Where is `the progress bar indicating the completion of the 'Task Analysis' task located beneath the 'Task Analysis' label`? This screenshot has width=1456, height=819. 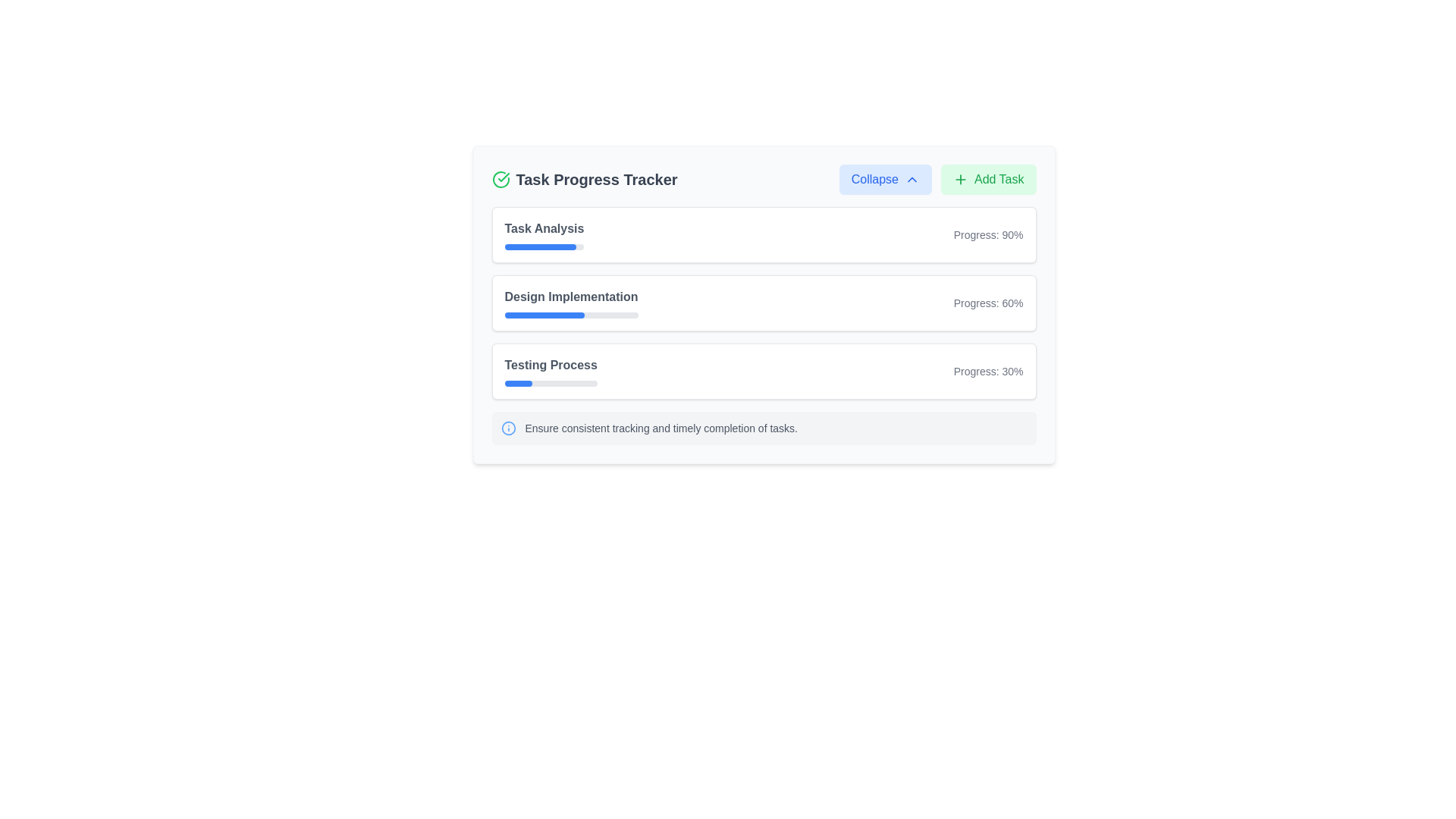
the progress bar indicating the completion of the 'Task Analysis' task located beneath the 'Task Analysis' label is located at coordinates (544, 246).